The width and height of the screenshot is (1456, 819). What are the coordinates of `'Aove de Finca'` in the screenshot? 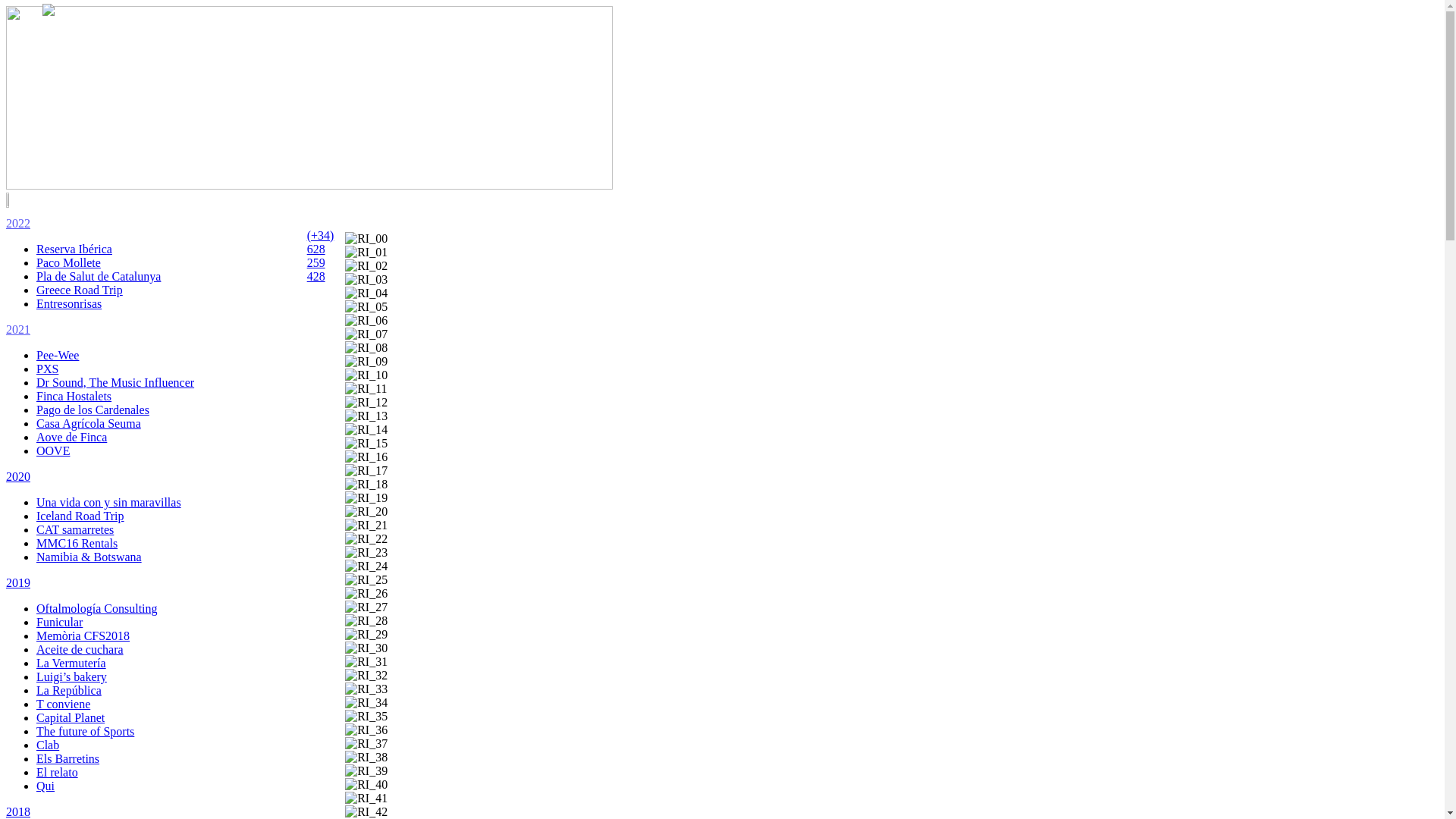 It's located at (71, 437).